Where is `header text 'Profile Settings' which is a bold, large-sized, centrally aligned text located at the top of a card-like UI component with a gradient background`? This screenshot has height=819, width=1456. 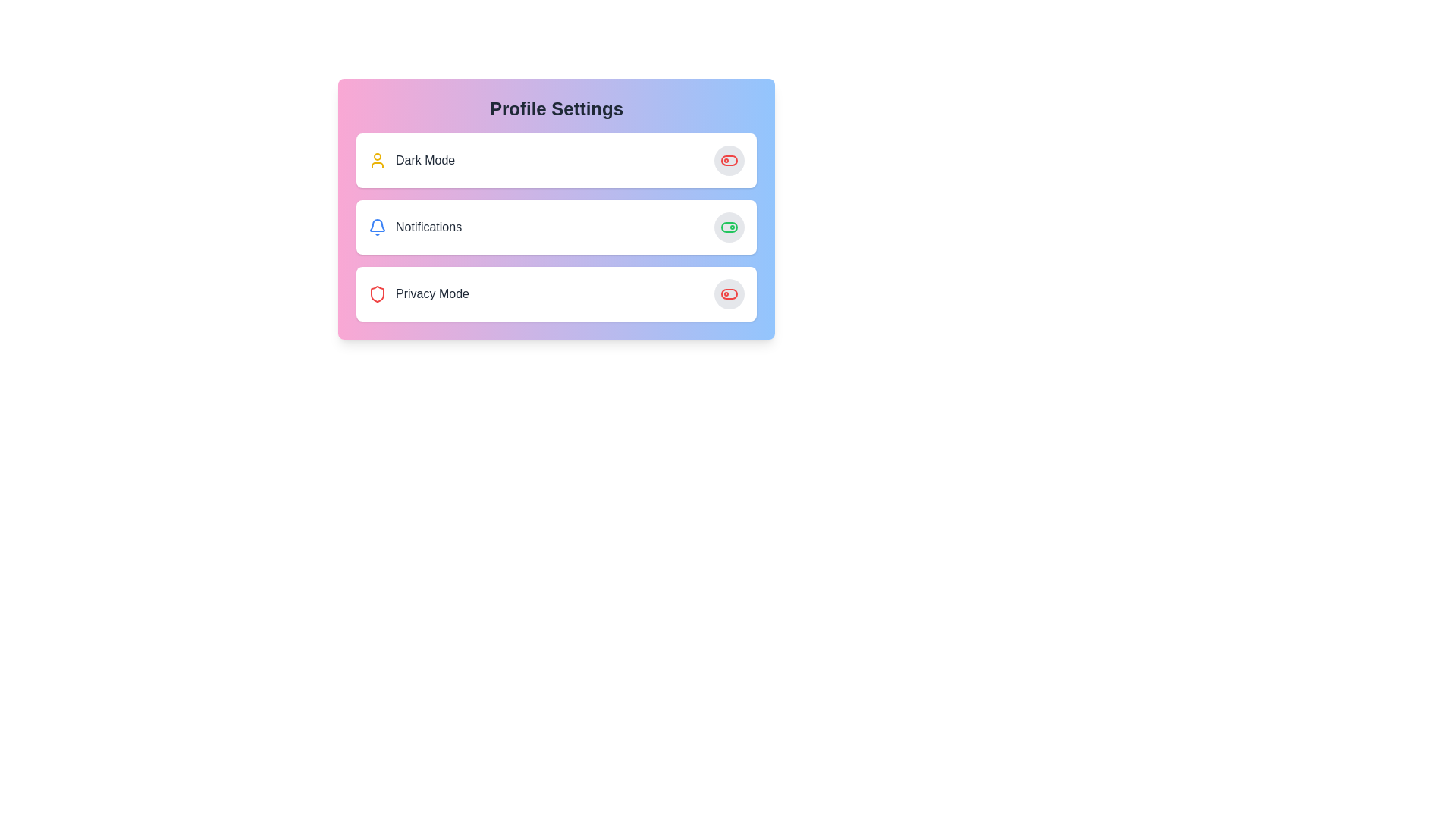 header text 'Profile Settings' which is a bold, large-sized, centrally aligned text located at the top of a card-like UI component with a gradient background is located at coordinates (556, 108).